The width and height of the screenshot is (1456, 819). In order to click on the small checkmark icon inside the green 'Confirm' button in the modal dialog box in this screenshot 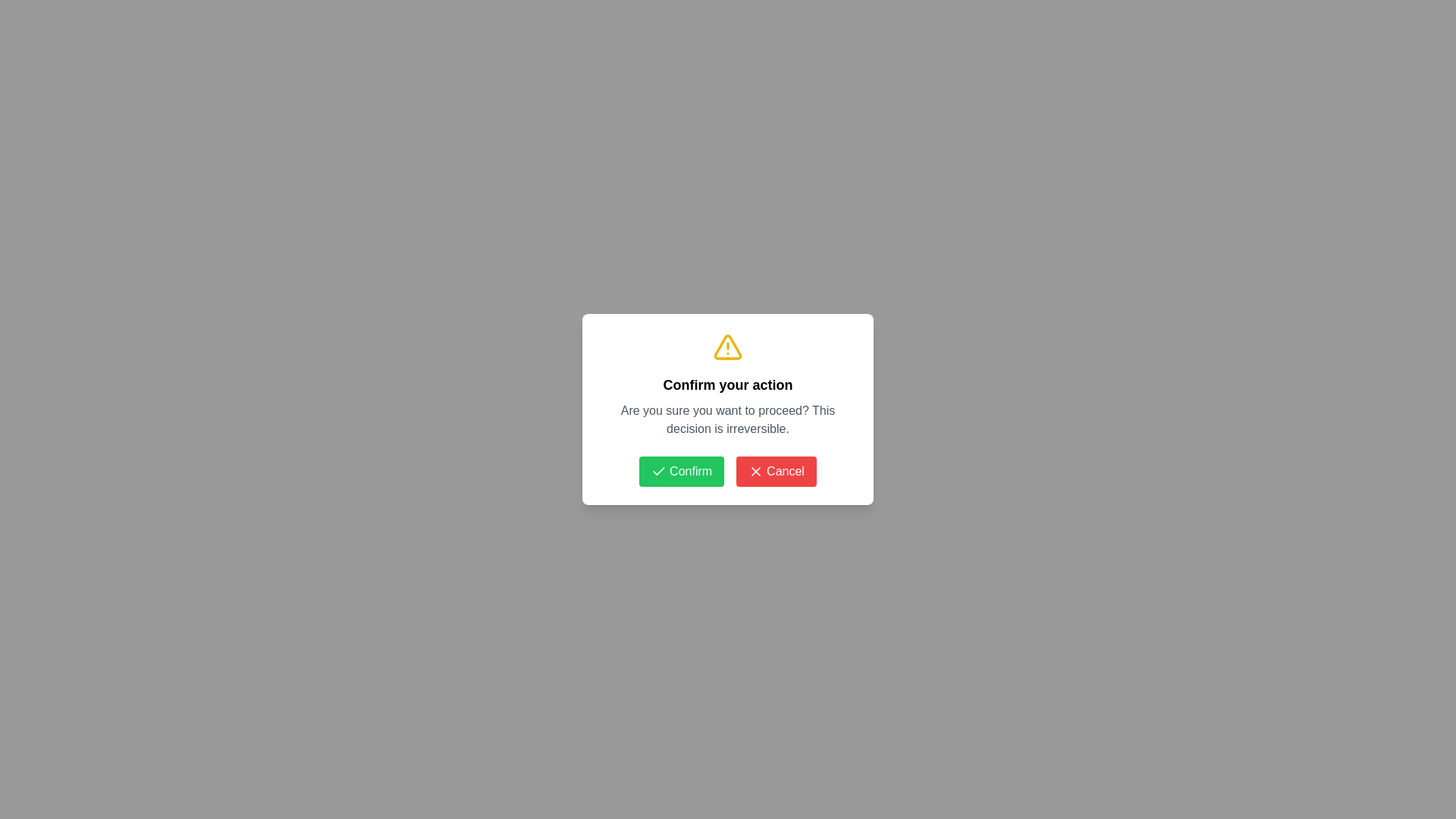, I will do `click(658, 470)`.